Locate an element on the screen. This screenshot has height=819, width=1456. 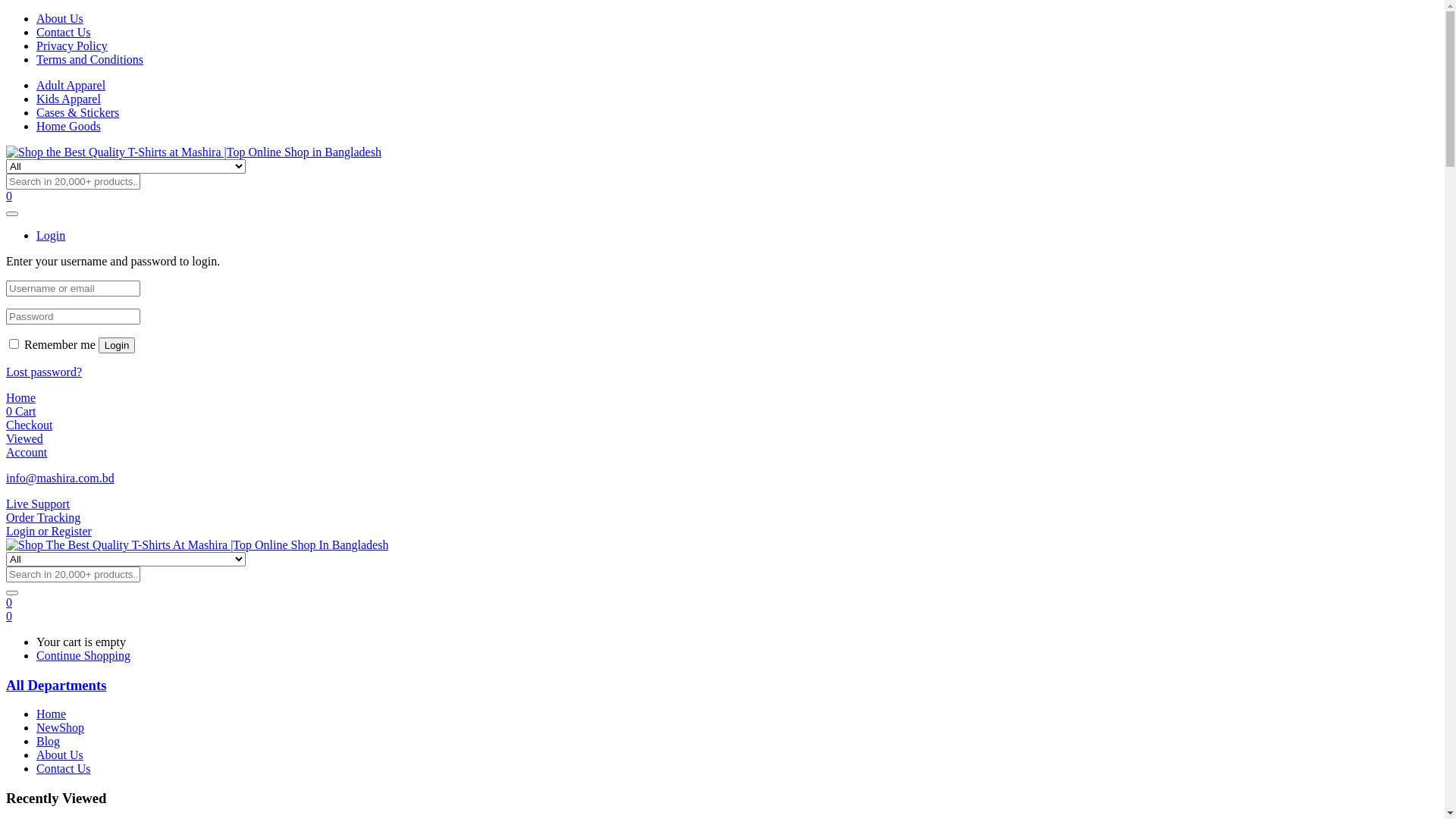
'Login' is located at coordinates (51, 235).